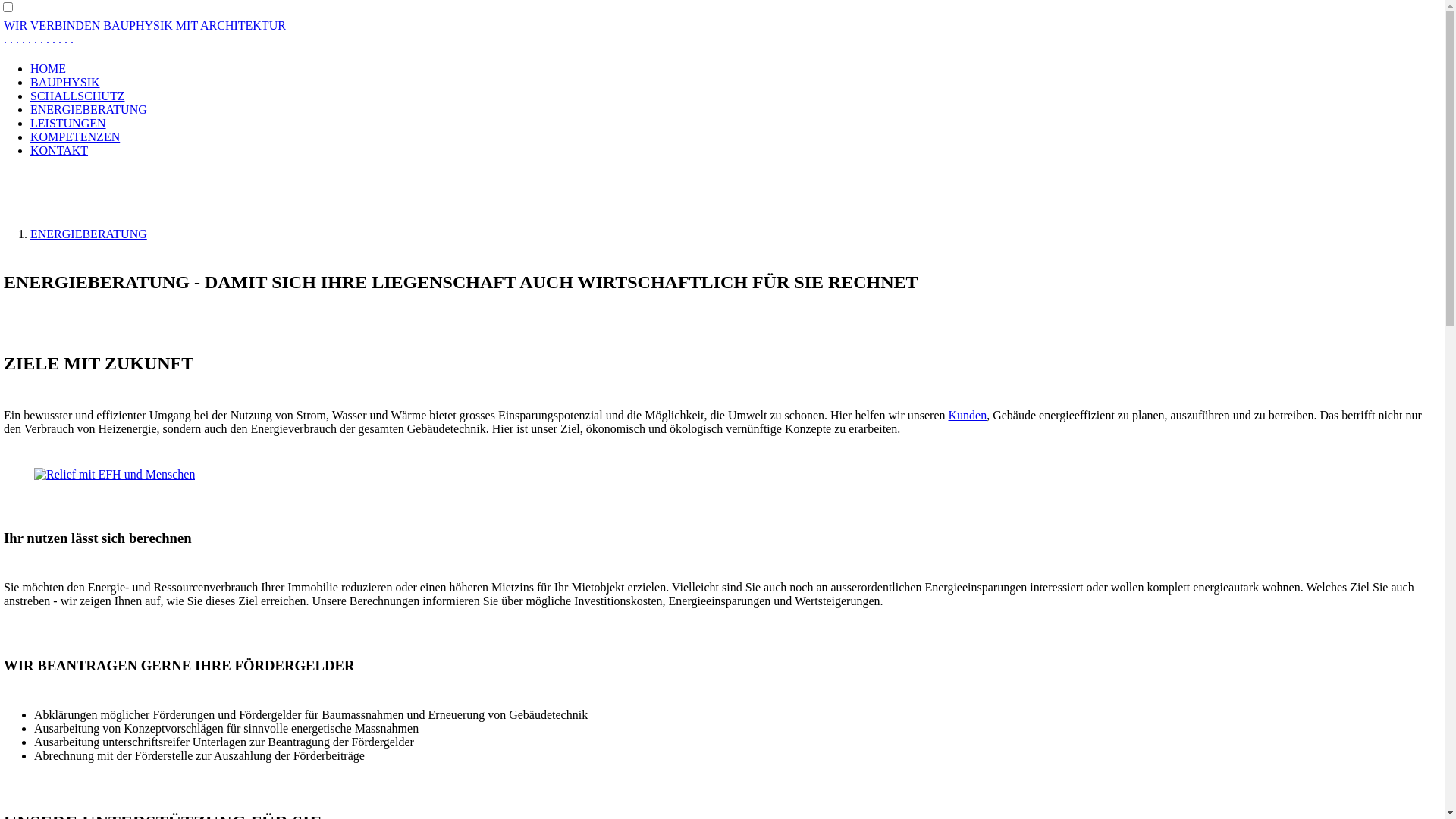 The height and width of the screenshot is (819, 1456). What do you see at coordinates (67, 122) in the screenshot?
I see `'LEISTUNGEN'` at bounding box center [67, 122].